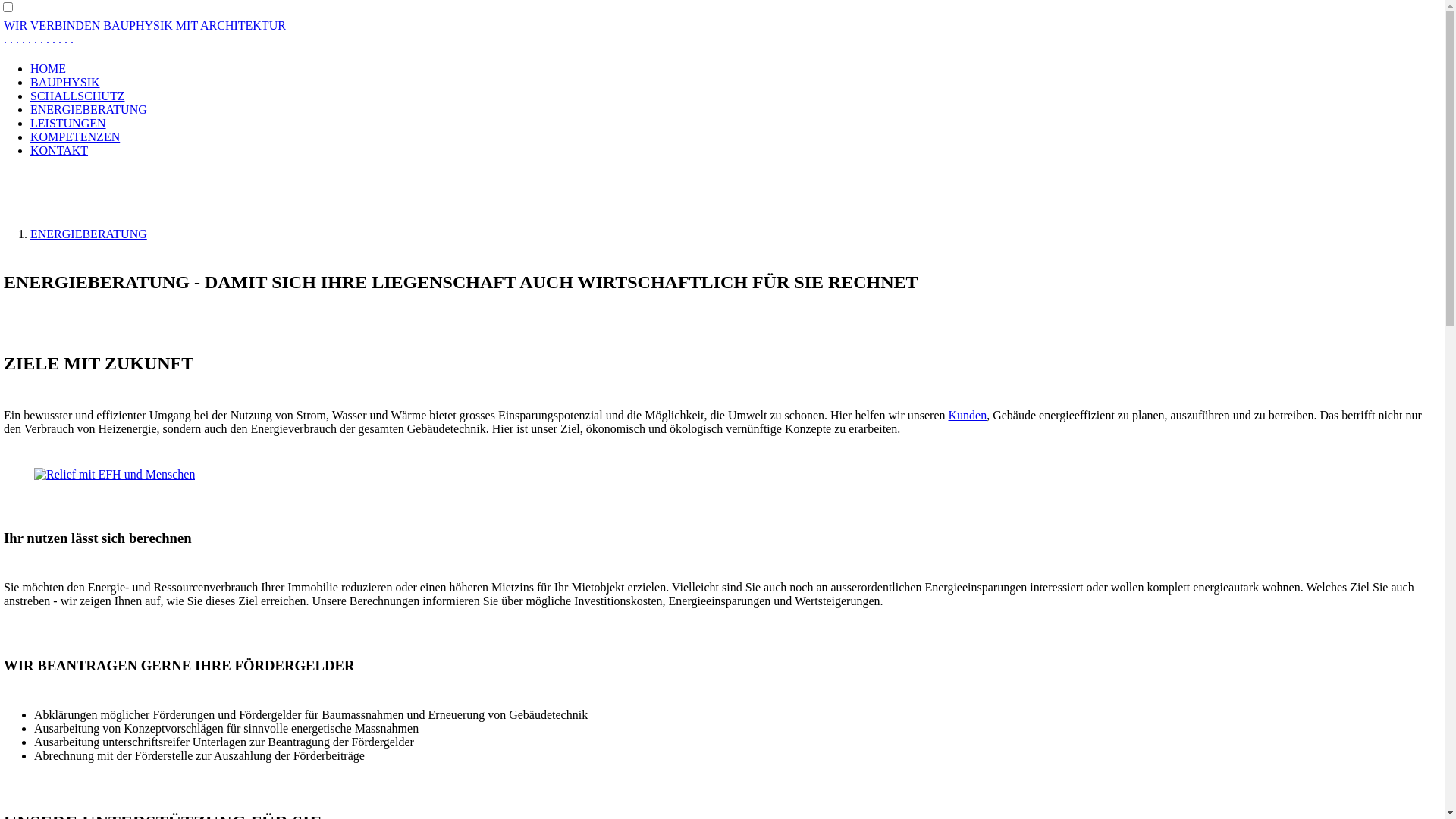 The height and width of the screenshot is (819, 1456). What do you see at coordinates (67, 122) in the screenshot?
I see `'LEISTUNGEN'` at bounding box center [67, 122].